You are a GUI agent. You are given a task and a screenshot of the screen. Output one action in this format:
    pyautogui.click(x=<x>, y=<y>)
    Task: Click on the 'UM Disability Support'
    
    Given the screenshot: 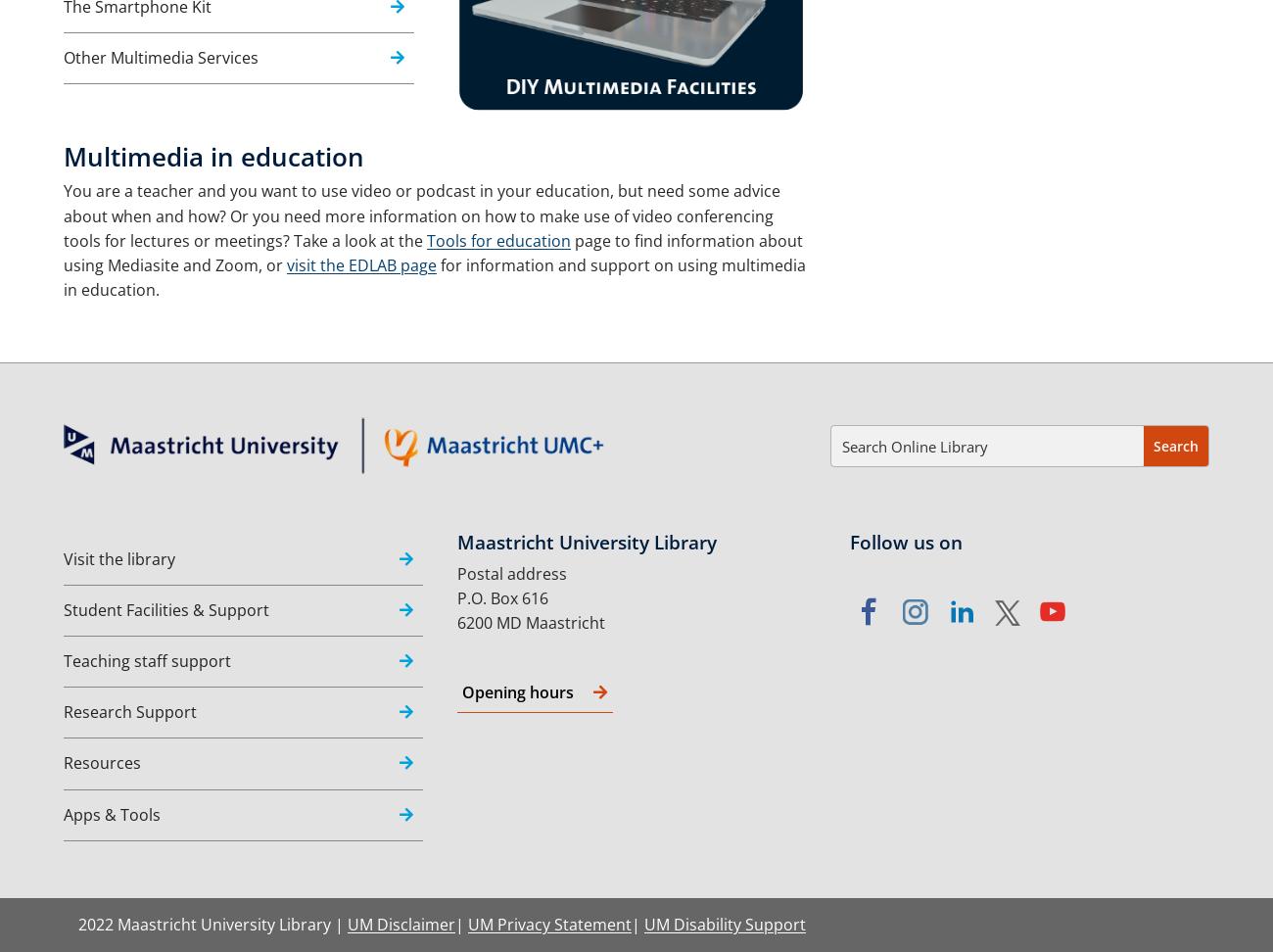 What is the action you would take?
    pyautogui.click(x=725, y=923)
    